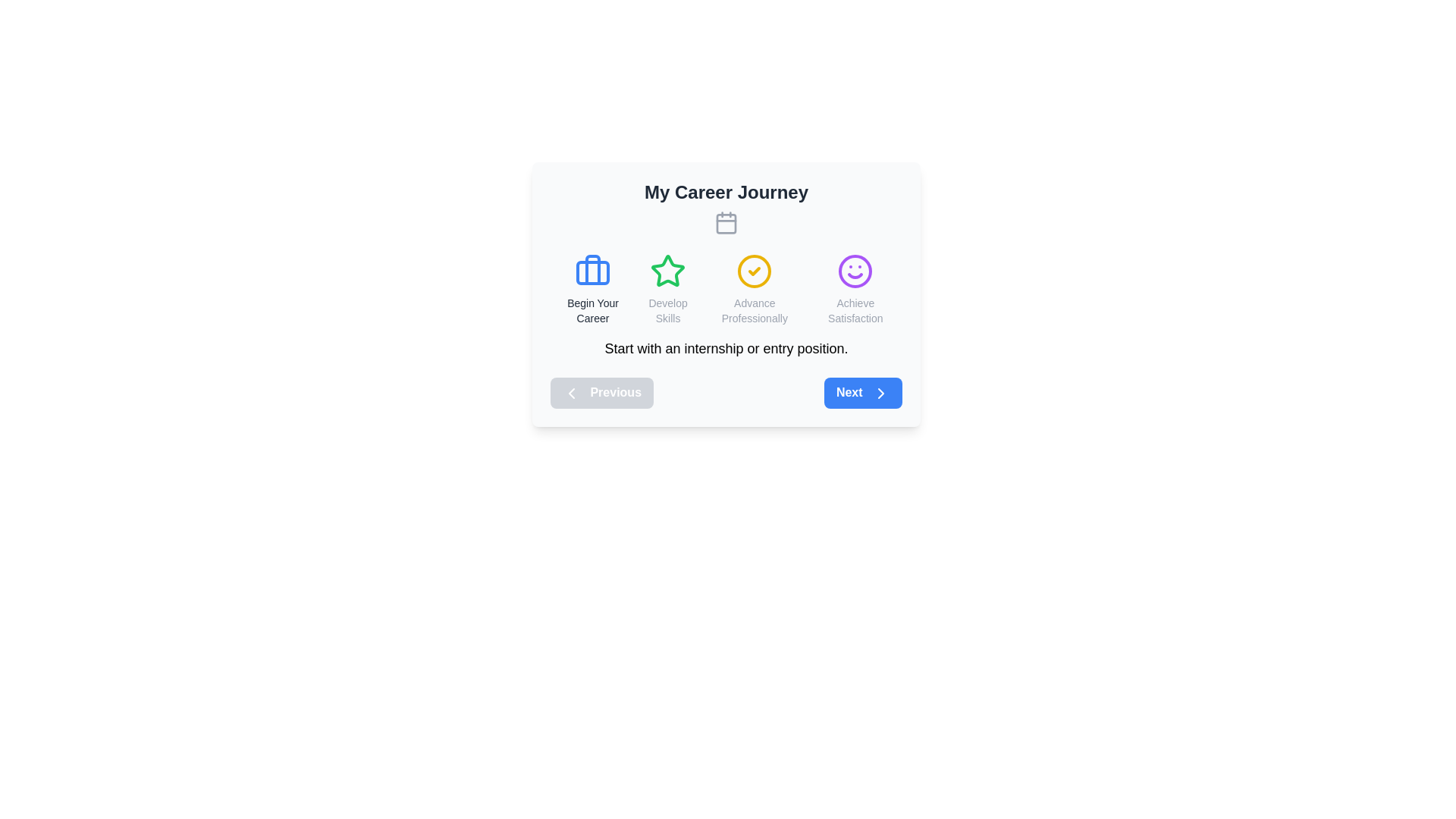  What do you see at coordinates (726, 223) in the screenshot?
I see `the small rectangle component within the calendar icon that is positioned above the text 'Develop Skills' and aligned with 'My Career Journey.'` at bounding box center [726, 223].